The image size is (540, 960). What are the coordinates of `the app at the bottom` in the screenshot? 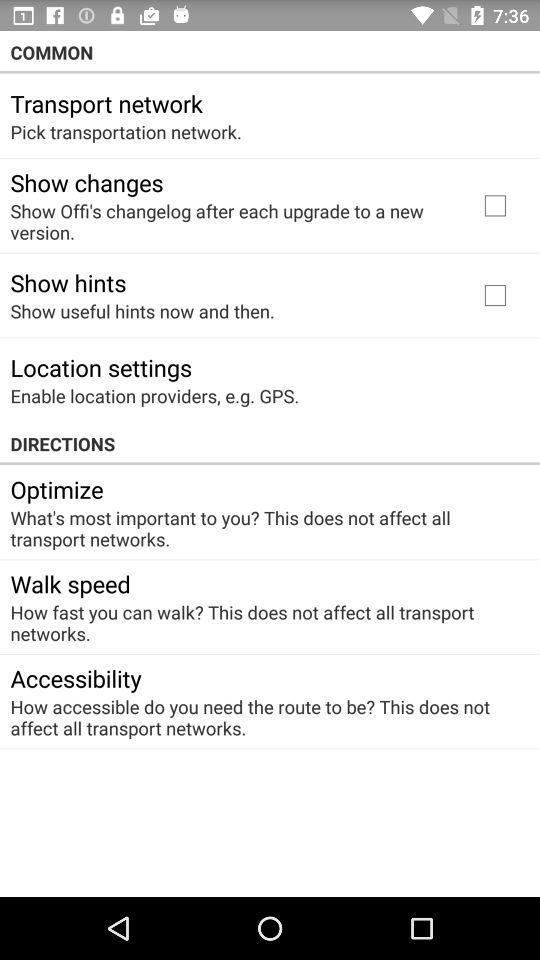 It's located at (263, 717).